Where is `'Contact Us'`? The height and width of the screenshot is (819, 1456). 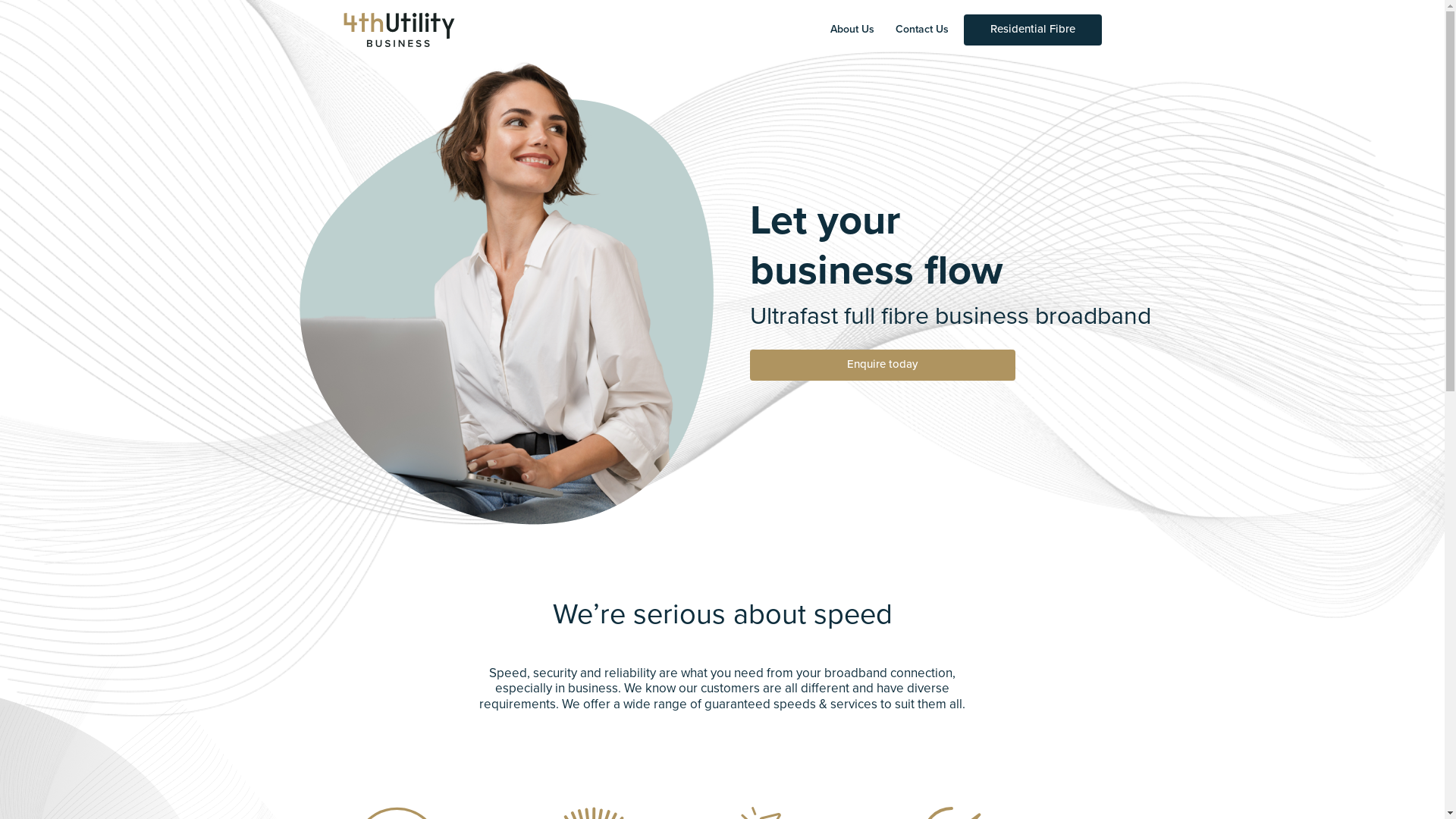 'Contact Us' is located at coordinates (921, 30).